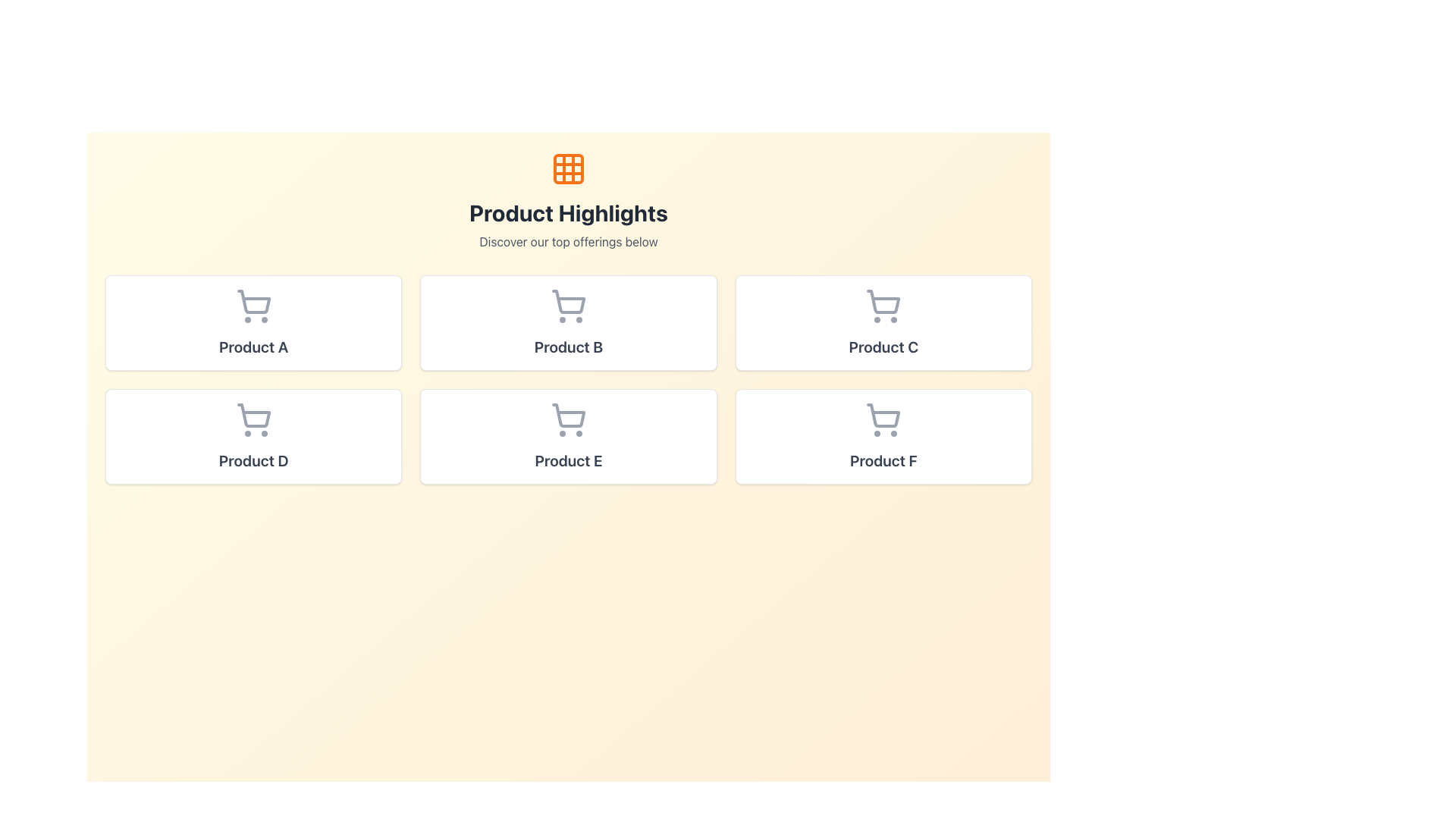  Describe the element at coordinates (568, 302) in the screenshot. I see `the shopping cart icon, which is a gray trapezoidal cart with wheels, located at the upper-center of the 'Product B' card in the grid layout` at that location.